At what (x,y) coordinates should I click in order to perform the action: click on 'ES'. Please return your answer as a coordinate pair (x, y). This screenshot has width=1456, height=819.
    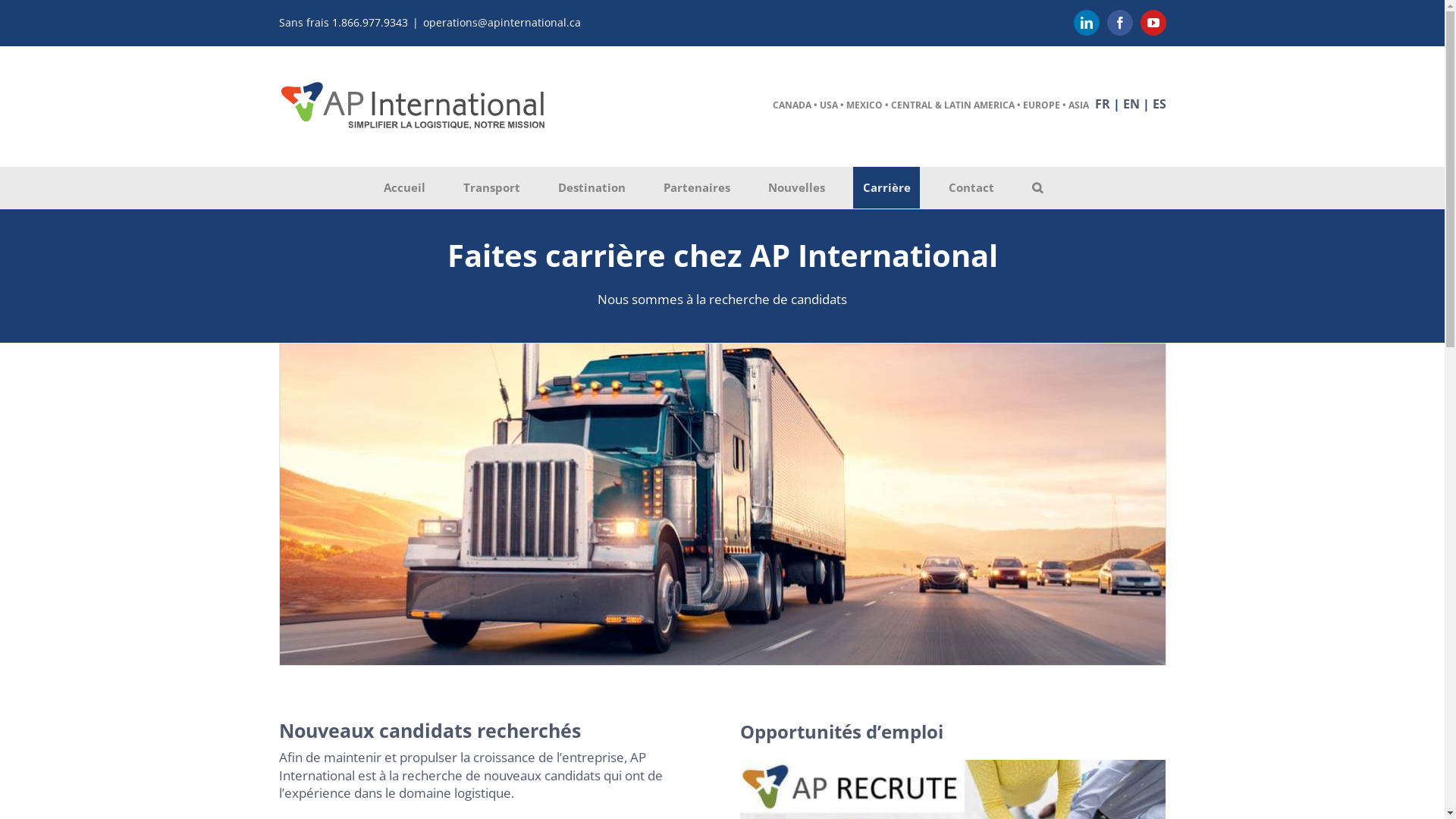
    Looking at the image, I should click on (1159, 103).